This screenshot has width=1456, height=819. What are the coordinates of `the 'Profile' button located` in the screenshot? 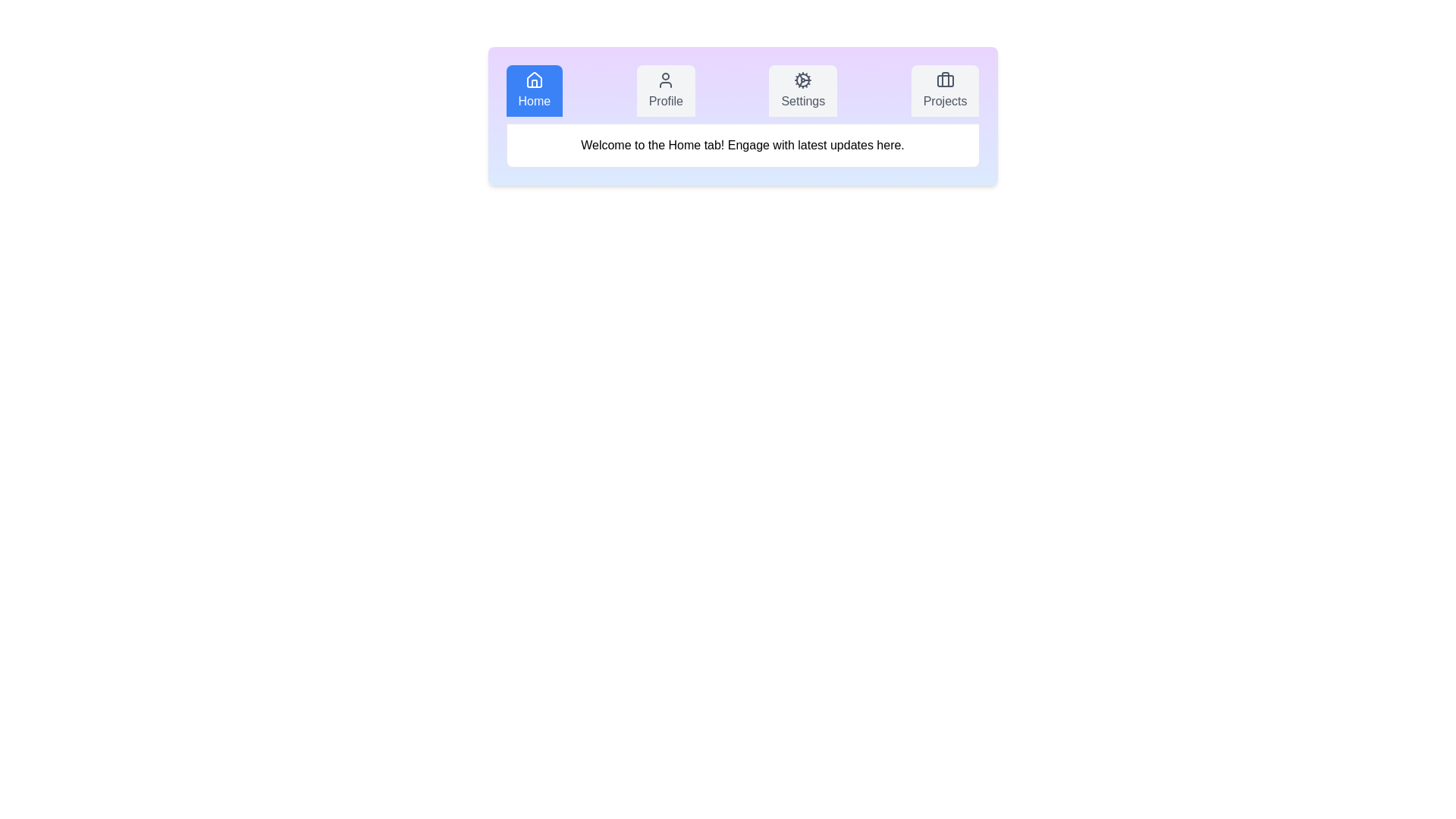 It's located at (666, 90).